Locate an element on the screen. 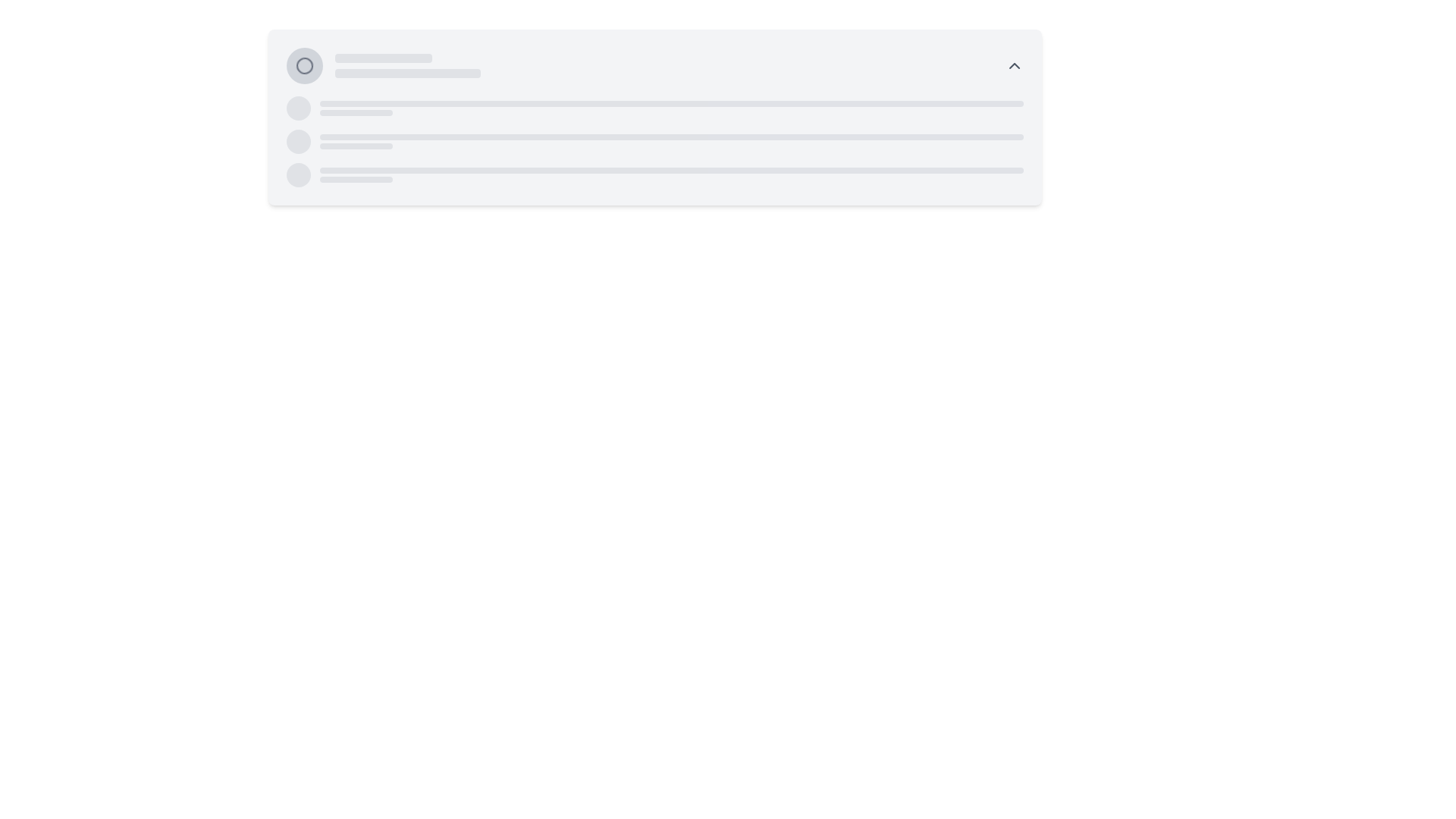 The image size is (1456, 819). the Loading Placeholder, which is a gray rectangular bar with rounded borders located below a smaller horizontal bar in the top-left corner of the interface is located at coordinates (356, 112).